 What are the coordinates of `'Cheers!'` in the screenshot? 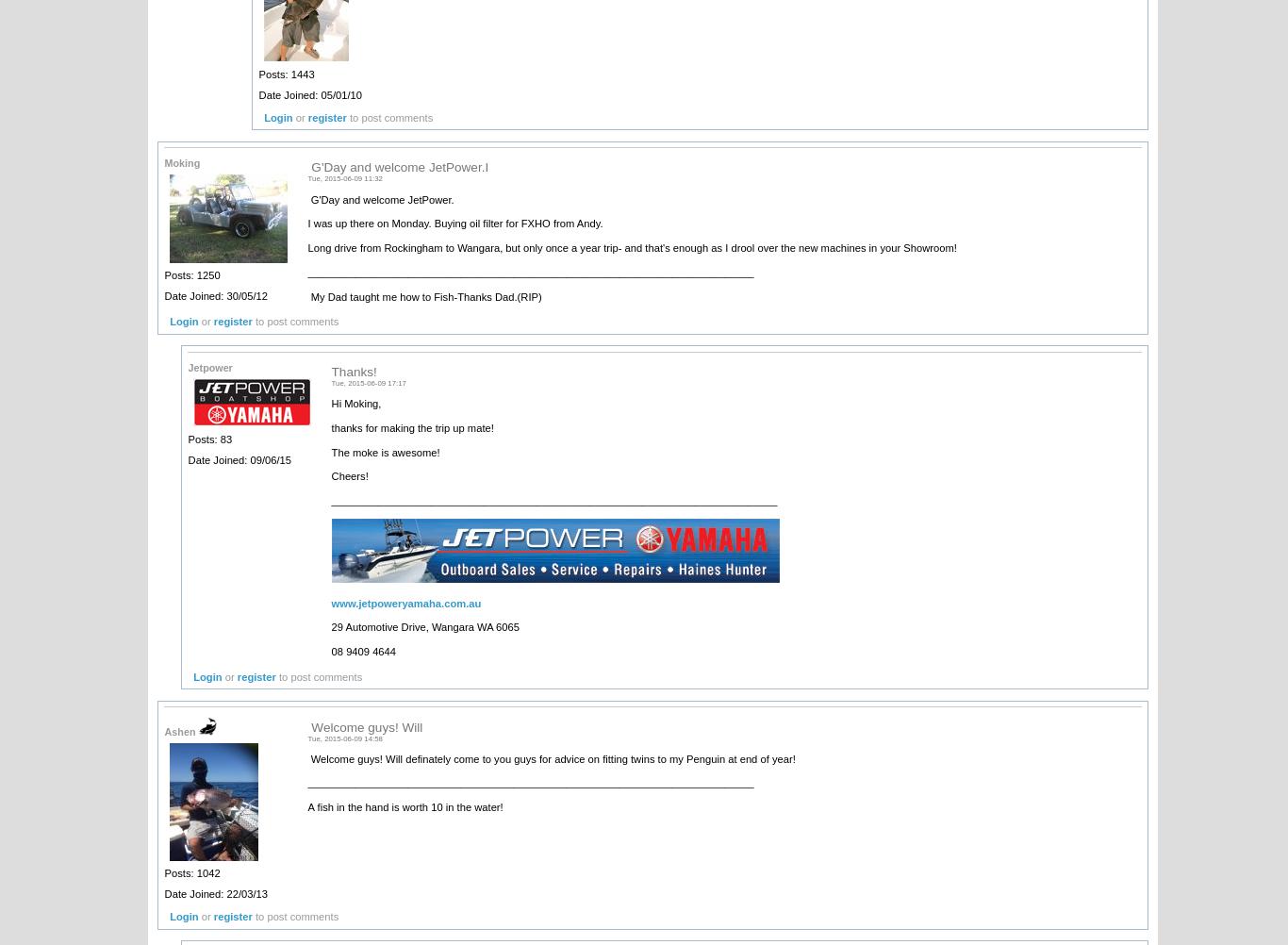 It's located at (349, 476).